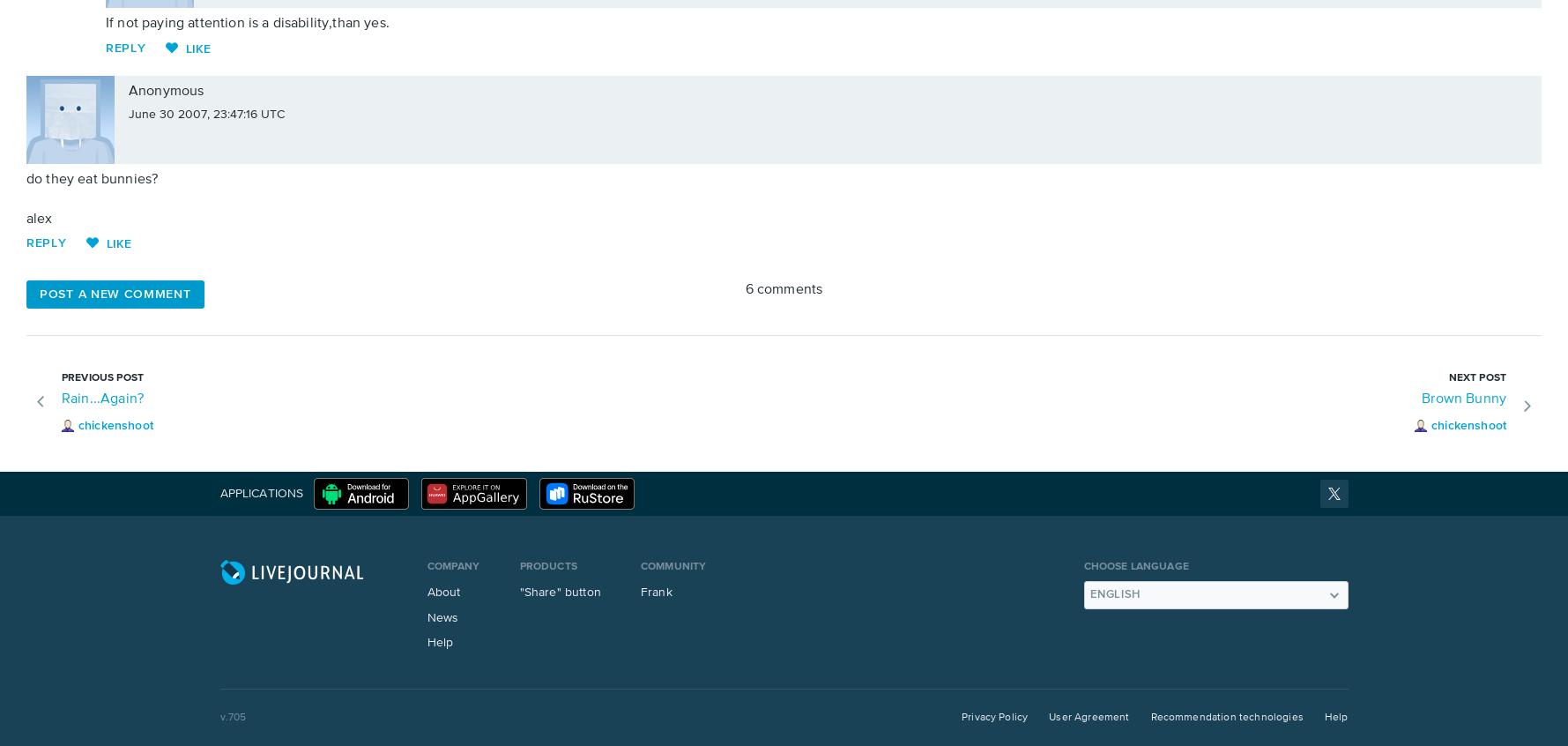  Describe the element at coordinates (247, 22) in the screenshot. I see `'If not paying attention is a disability,than yes.'` at that location.